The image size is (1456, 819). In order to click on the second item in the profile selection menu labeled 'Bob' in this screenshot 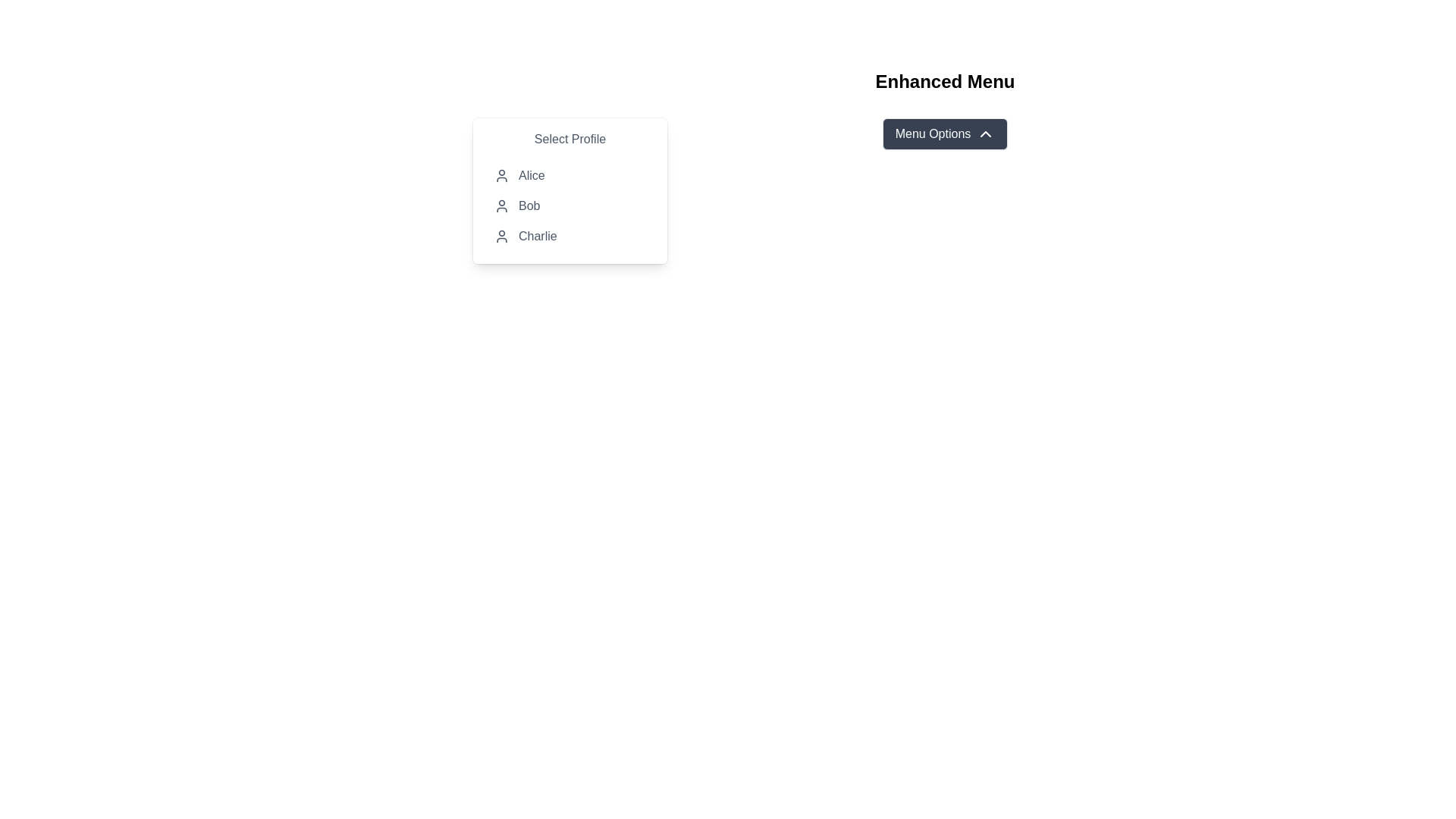, I will do `click(516, 206)`.